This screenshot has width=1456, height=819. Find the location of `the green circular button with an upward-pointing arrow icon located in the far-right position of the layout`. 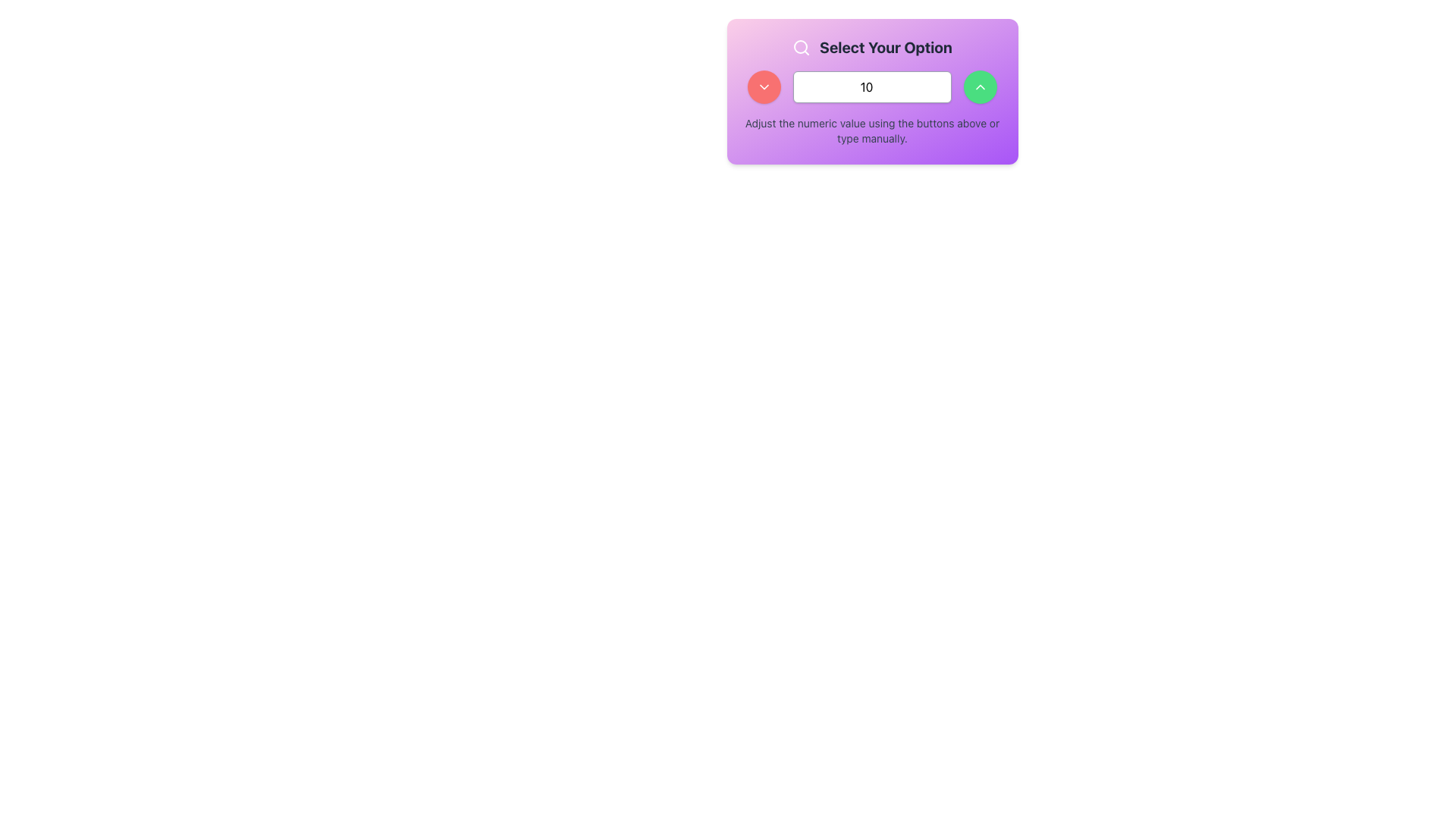

the green circular button with an upward-pointing arrow icon located in the far-right position of the layout is located at coordinates (980, 87).